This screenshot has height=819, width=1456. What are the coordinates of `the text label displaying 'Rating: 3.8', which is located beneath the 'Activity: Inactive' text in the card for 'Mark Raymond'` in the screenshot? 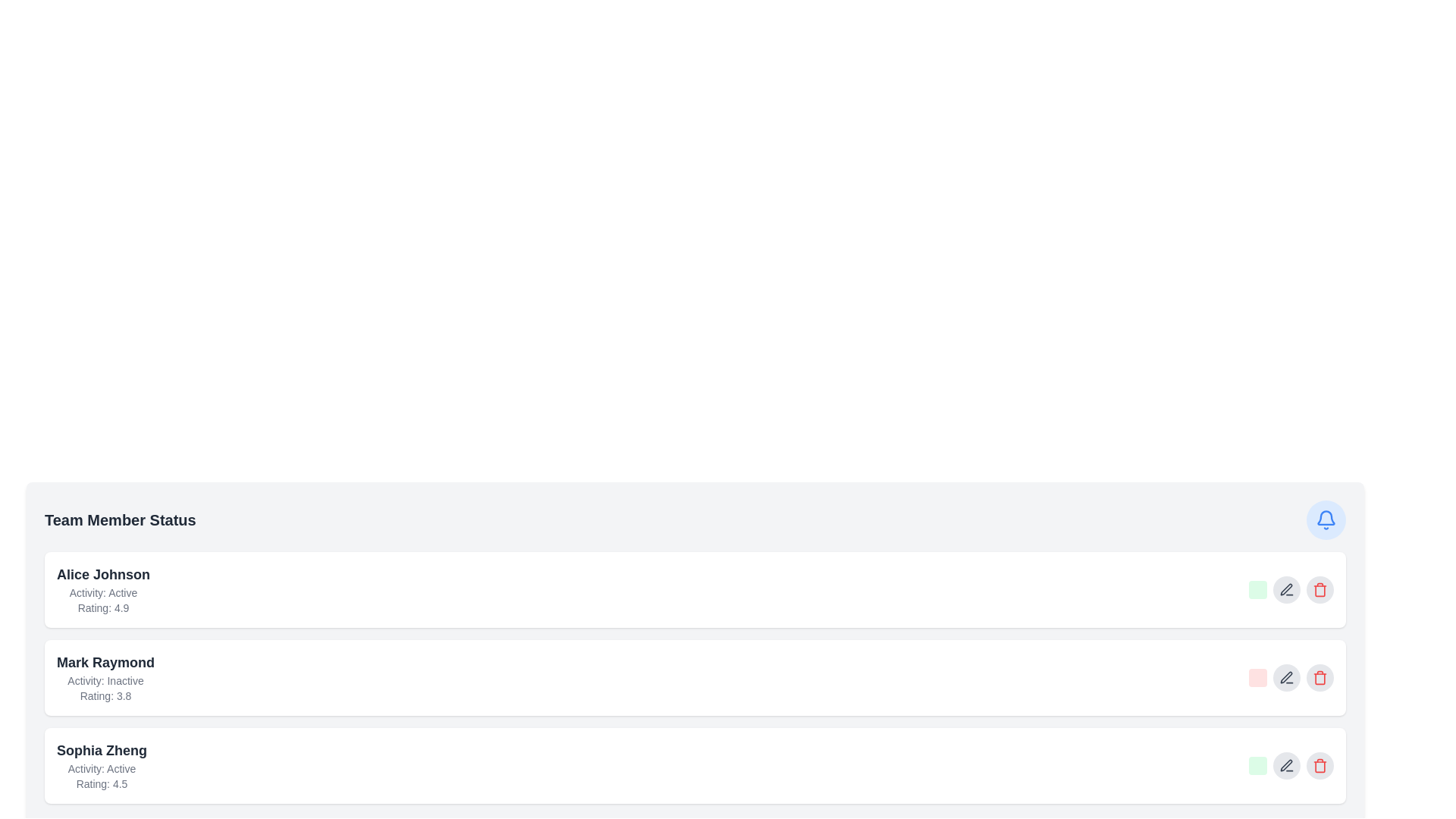 It's located at (105, 696).